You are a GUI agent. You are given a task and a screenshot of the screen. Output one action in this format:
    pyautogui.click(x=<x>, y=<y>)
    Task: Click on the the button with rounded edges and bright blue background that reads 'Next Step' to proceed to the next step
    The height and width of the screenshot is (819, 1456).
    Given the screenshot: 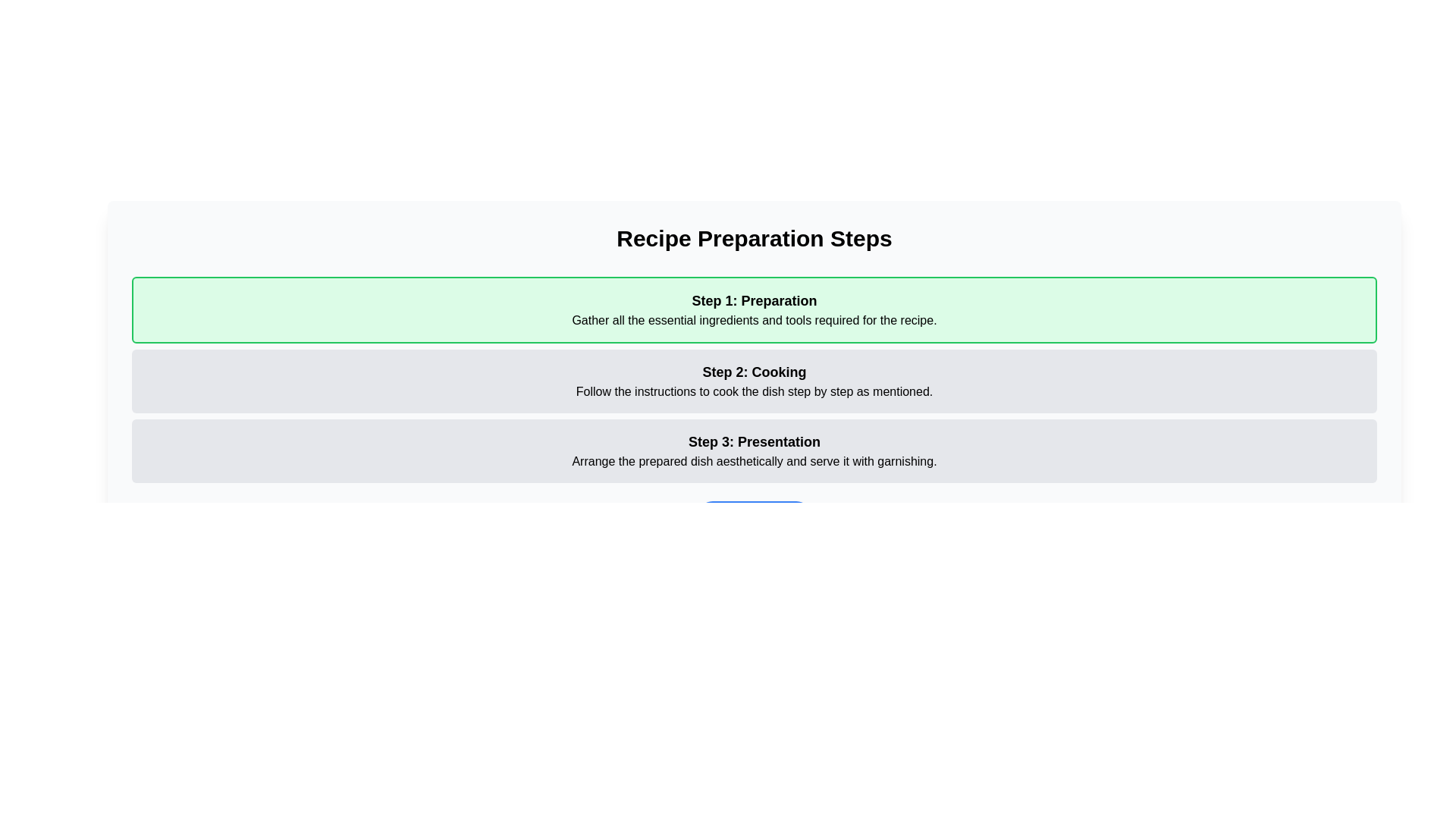 What is the action you would take?
    pyautogui.click(x=754, y=516)
    